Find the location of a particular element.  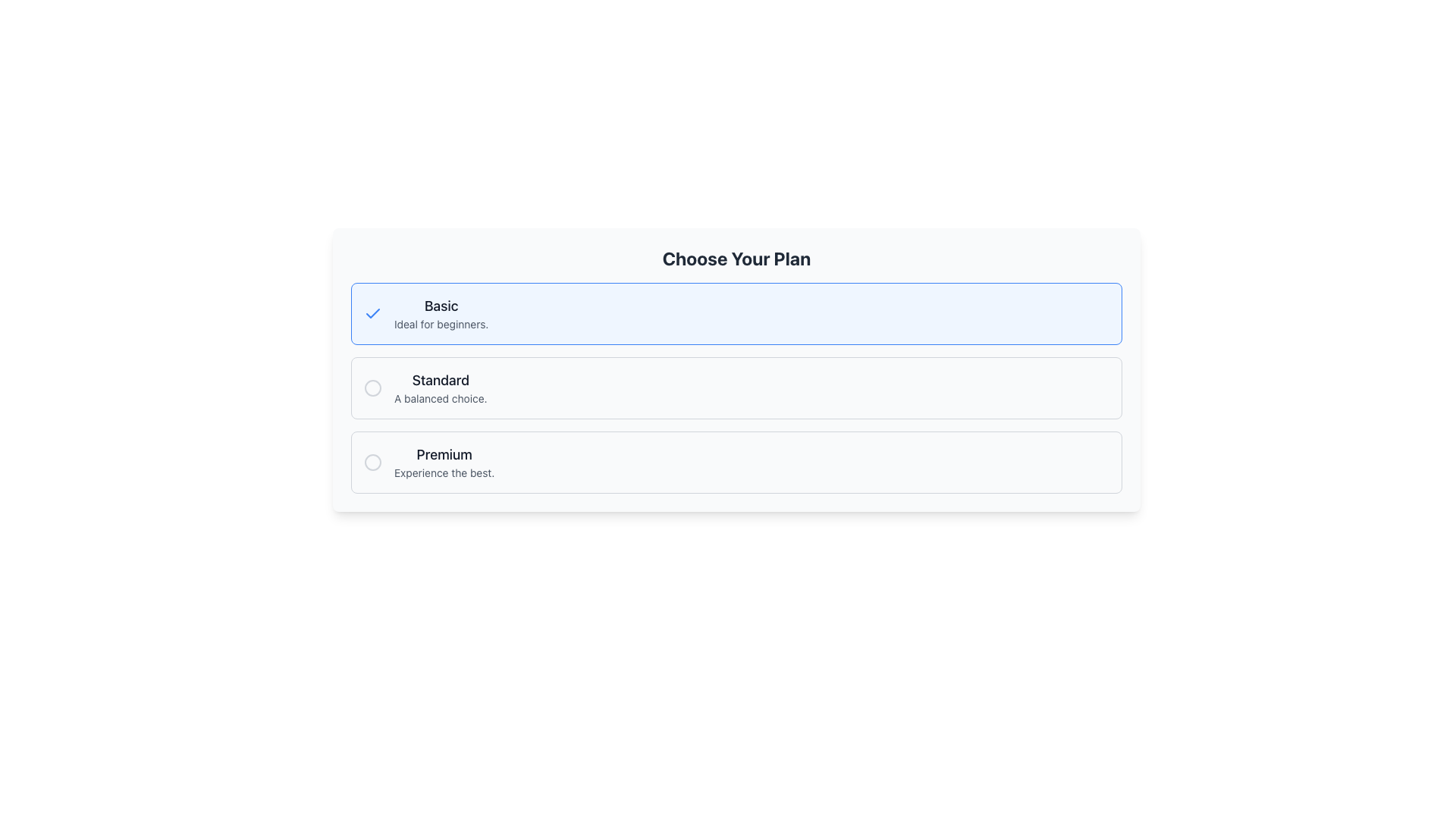

the static text element that identifies the 'Premium' plan in the options list is located at coordinates (444, 454).